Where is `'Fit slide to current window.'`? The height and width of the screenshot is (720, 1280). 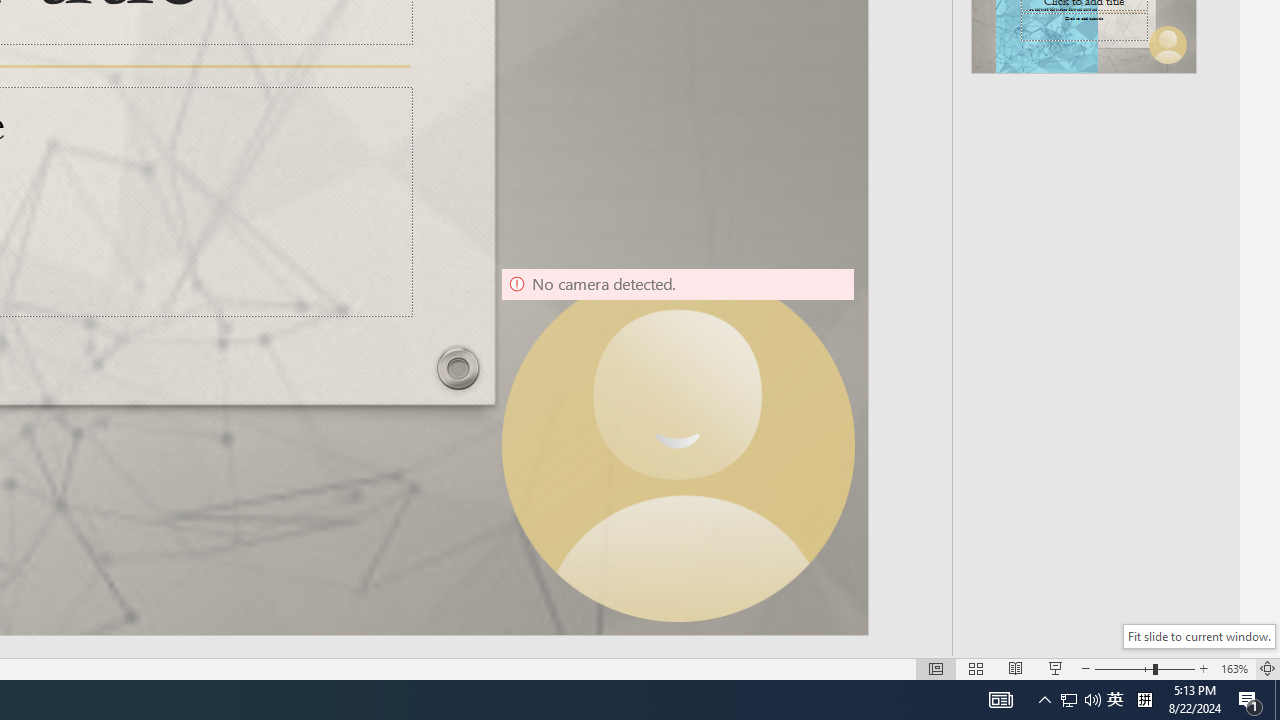 'Fit slide to current window.' is located at coordinates (1199, 636).